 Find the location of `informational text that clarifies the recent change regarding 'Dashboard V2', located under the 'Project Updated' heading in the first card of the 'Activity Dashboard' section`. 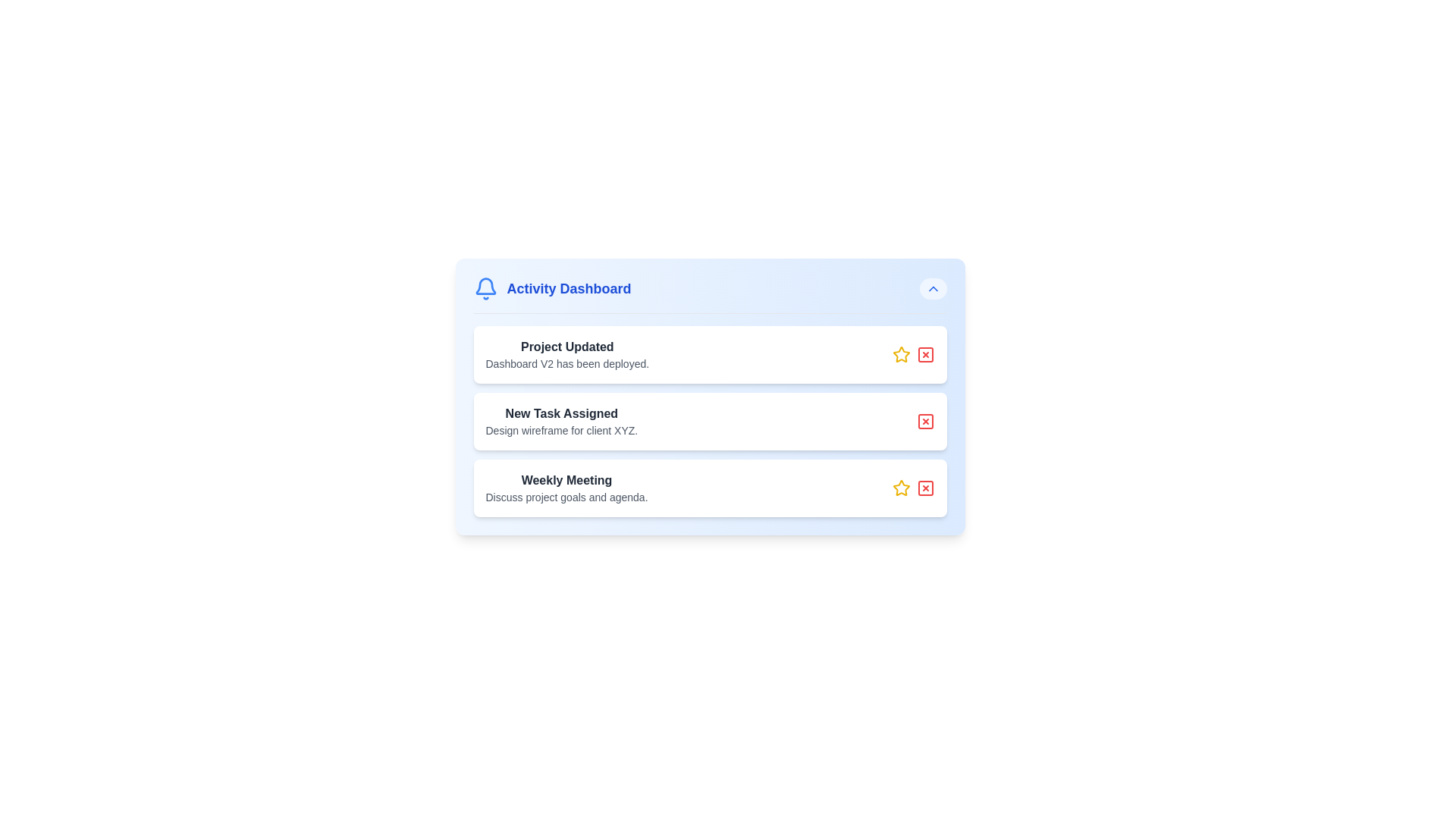

informational text that clarifies the recent change regarding 'Dashboard V2', located under the 'Project Updated' heading in the first card of the 'Activity Dashboard' section is located at coordinates (566, 363).